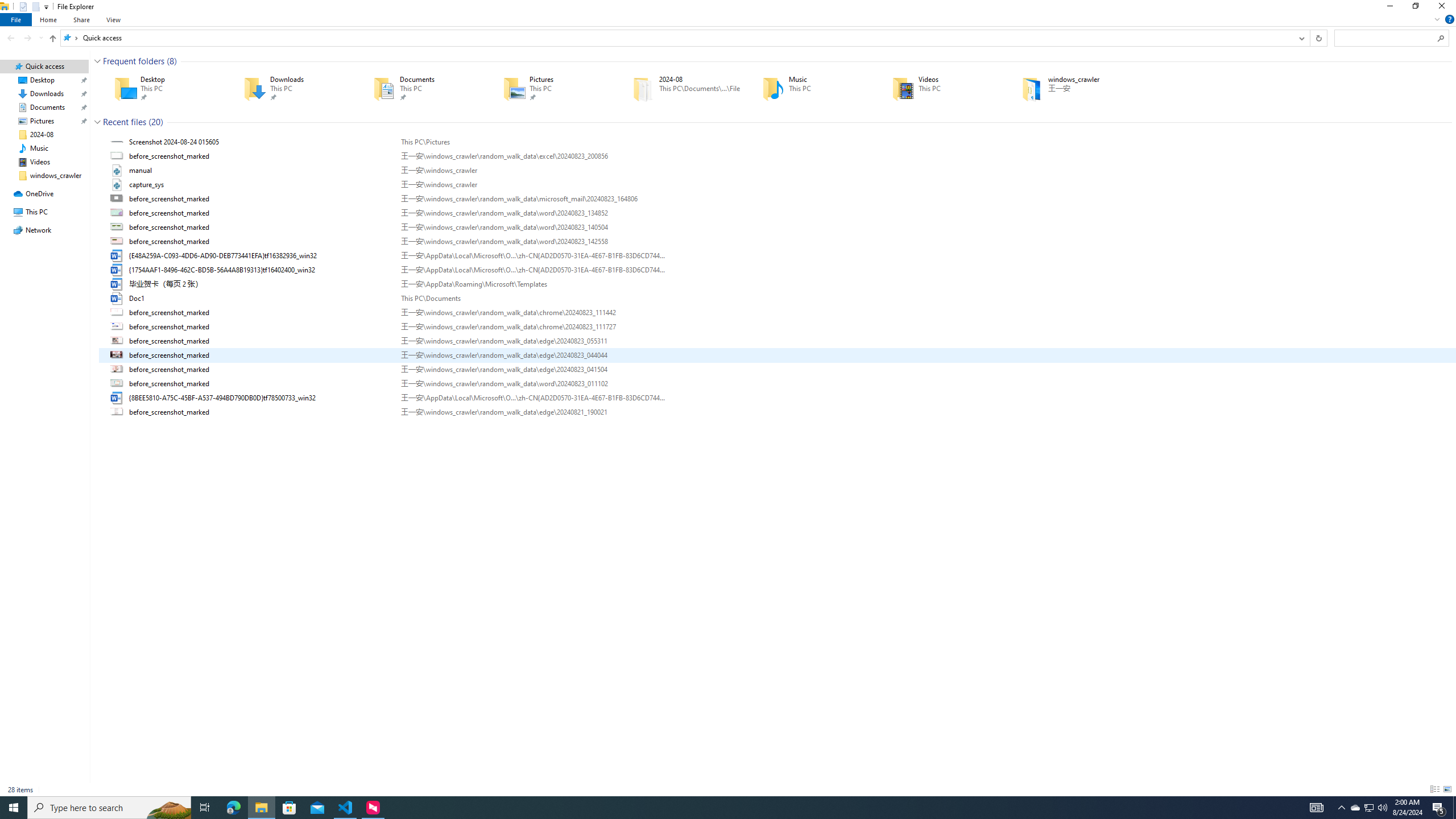 This screenshot has height=819, width=1456. What do you see at coordinates (70, 37) in the screenshot?
I see `'All locations'` at bounding box center [70, 37].